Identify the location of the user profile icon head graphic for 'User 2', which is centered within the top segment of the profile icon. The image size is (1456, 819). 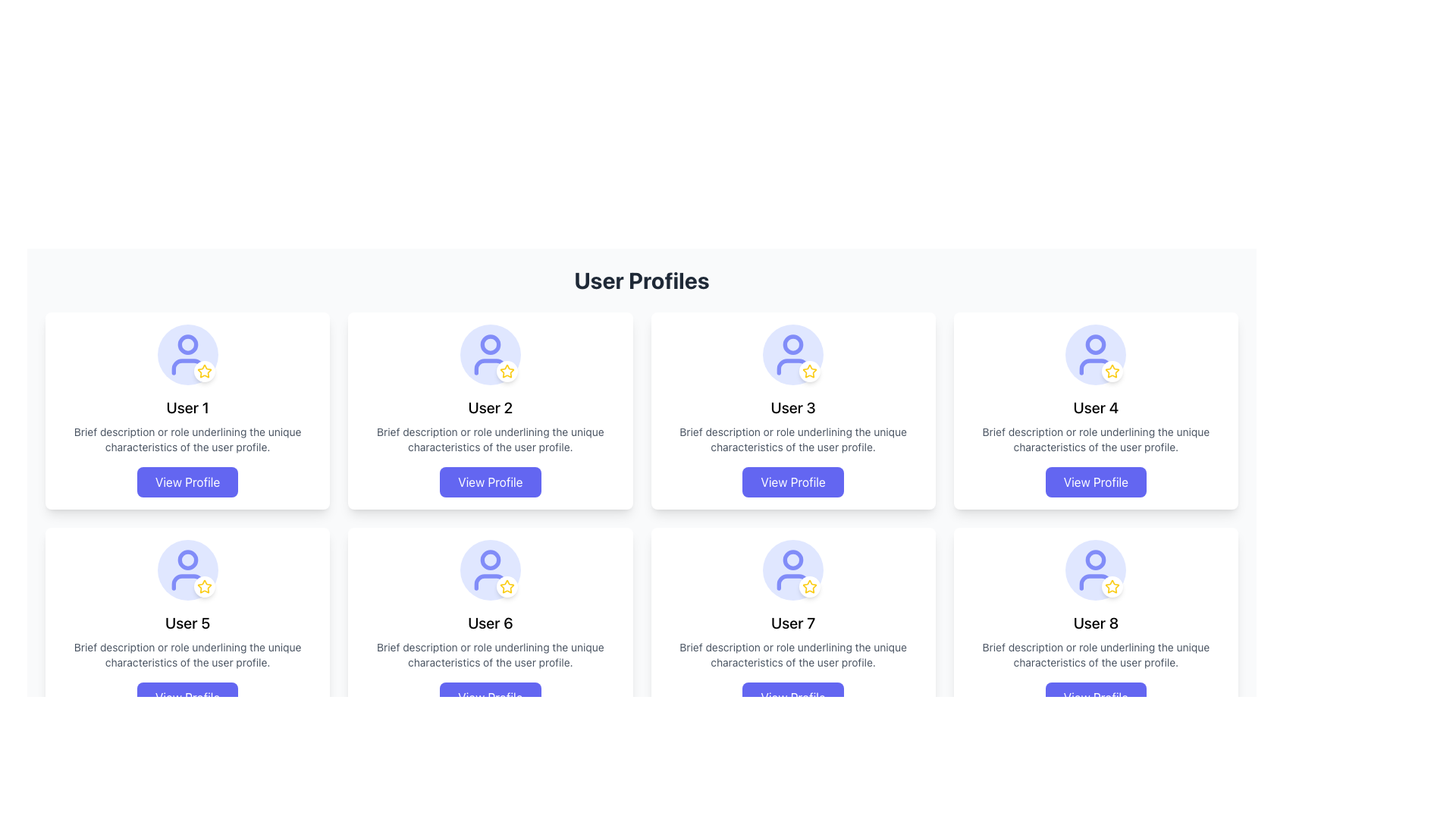
(490, 344).